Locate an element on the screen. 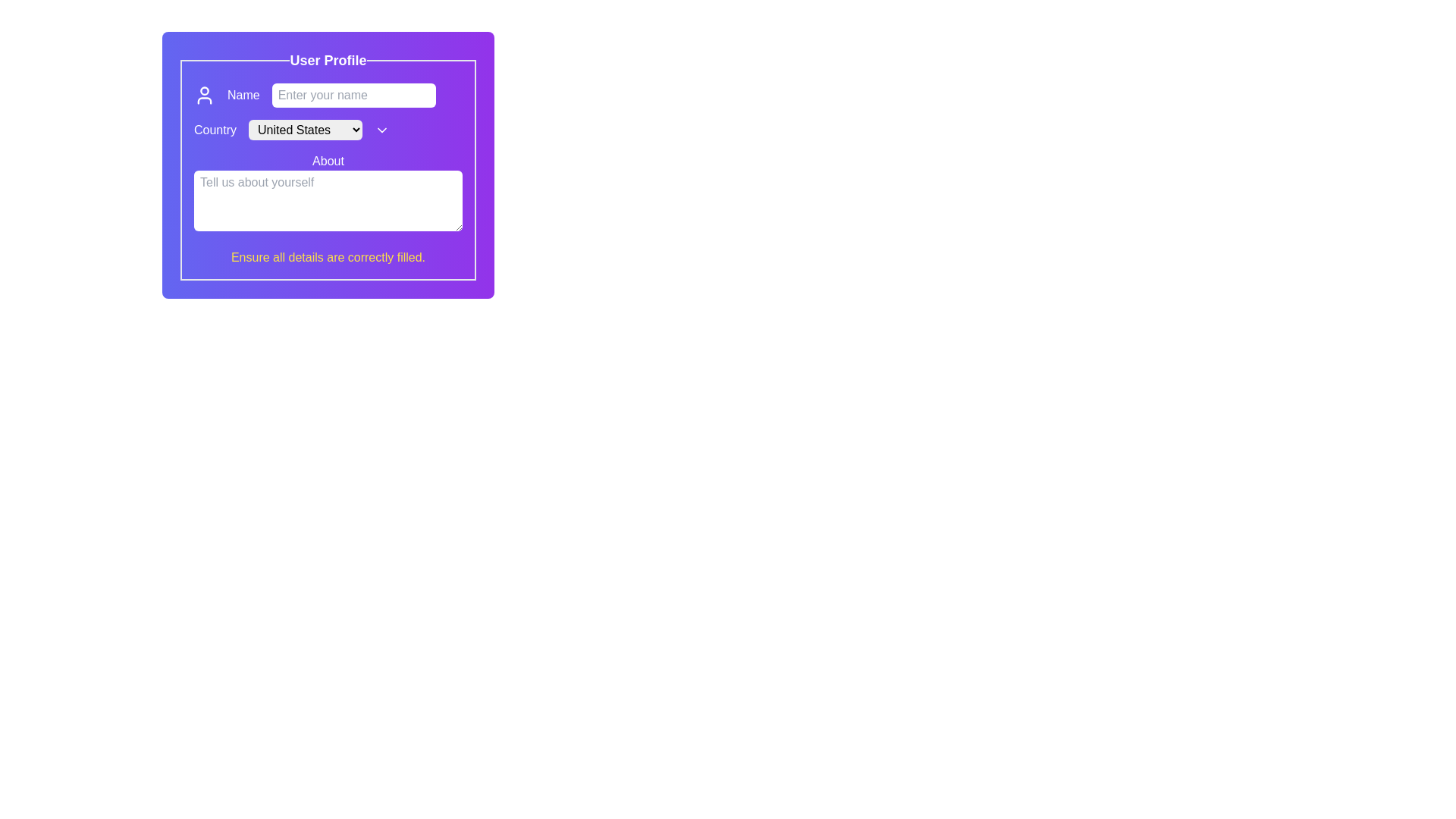 The height and width of the screenshot is (819, 1456). the dropdown menu for 'Country' labeled with placeholder text 'United States' is located at coordinates (305, 129).